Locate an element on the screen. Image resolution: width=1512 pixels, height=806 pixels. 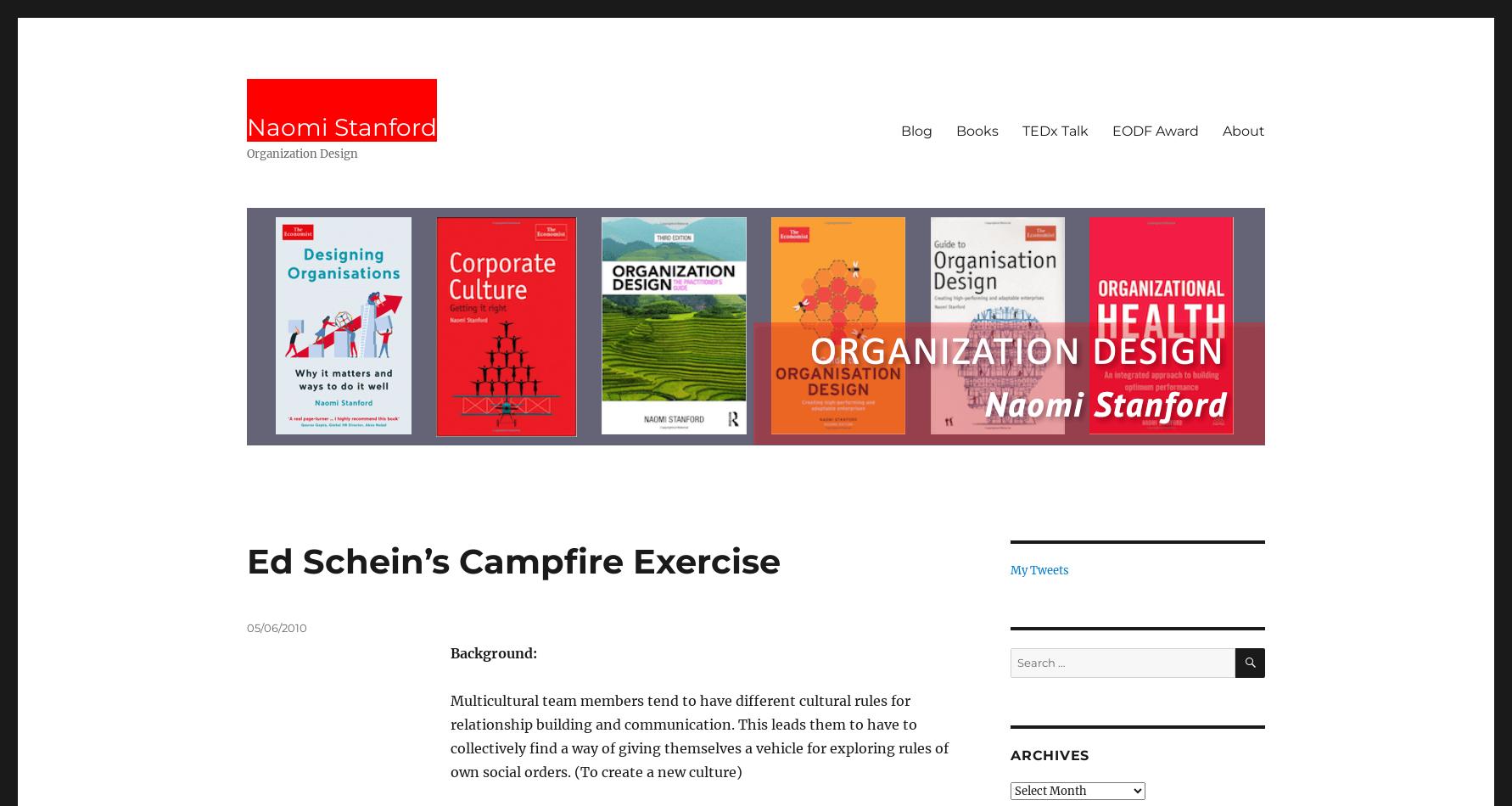
'Archives' is located at coordinates (1010, 754).